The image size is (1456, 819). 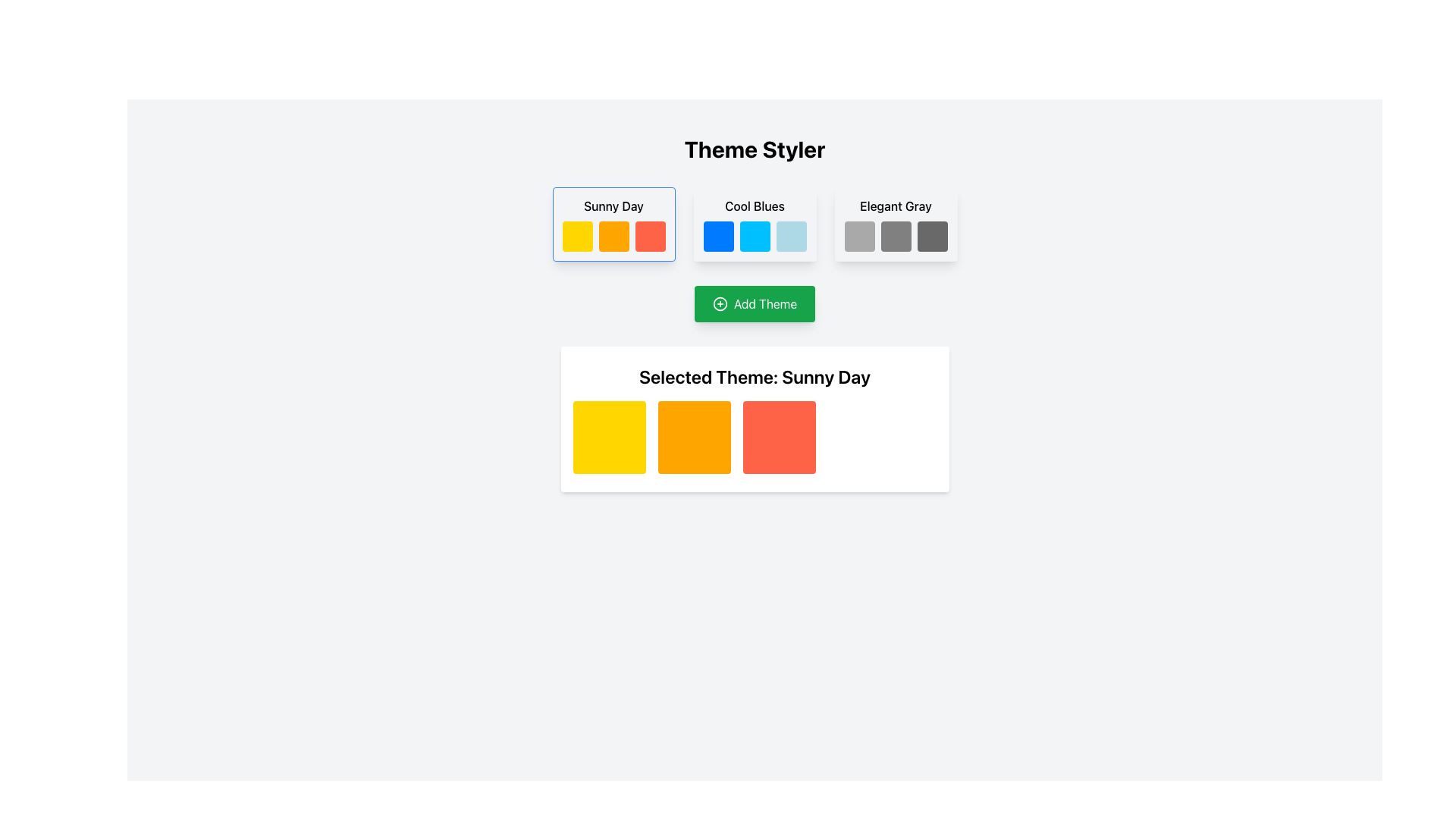 I want to click on the 'Sunny Day' interactive card located, so click(x=613, y=224).